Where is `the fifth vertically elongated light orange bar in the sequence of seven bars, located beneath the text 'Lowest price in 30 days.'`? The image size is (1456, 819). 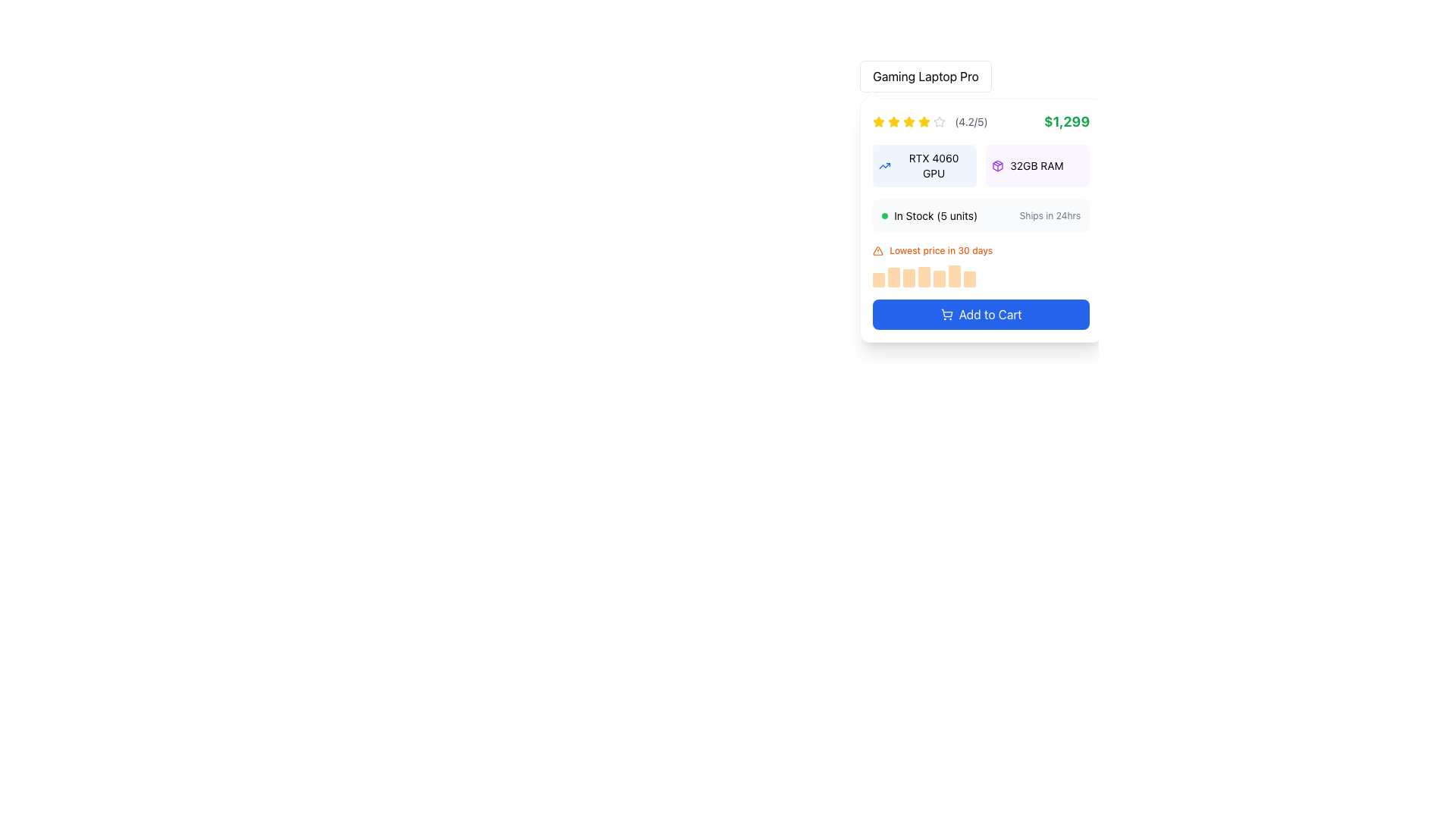 the fifth vertically elongated light orange bar in the sequence of seven bars, located beneath the text 'Lowest price in 30 days.' is located at coordinates (939, 278).